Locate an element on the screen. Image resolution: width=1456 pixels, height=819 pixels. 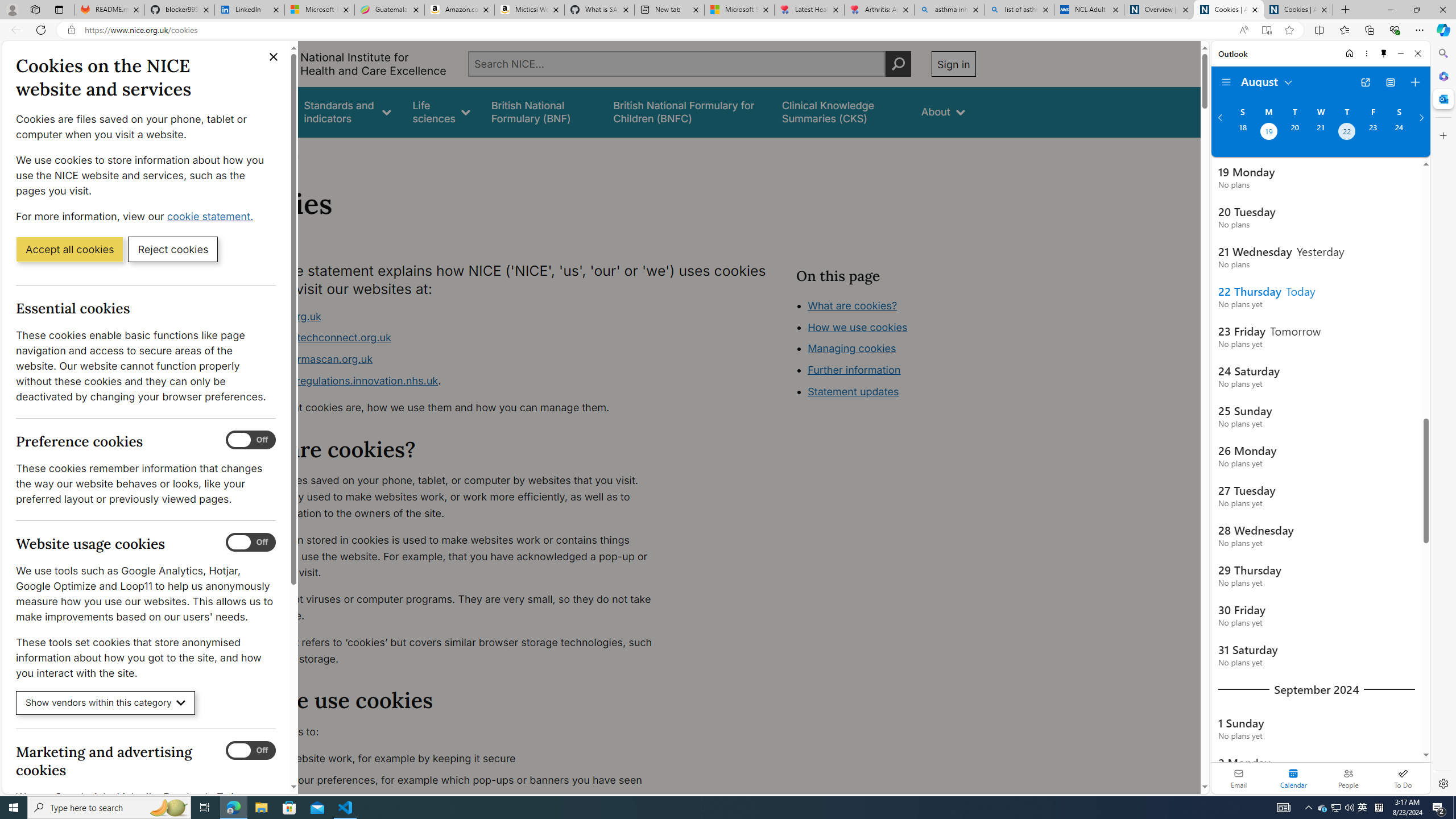
'Reject cookies' is located at coordinates (172, 248).